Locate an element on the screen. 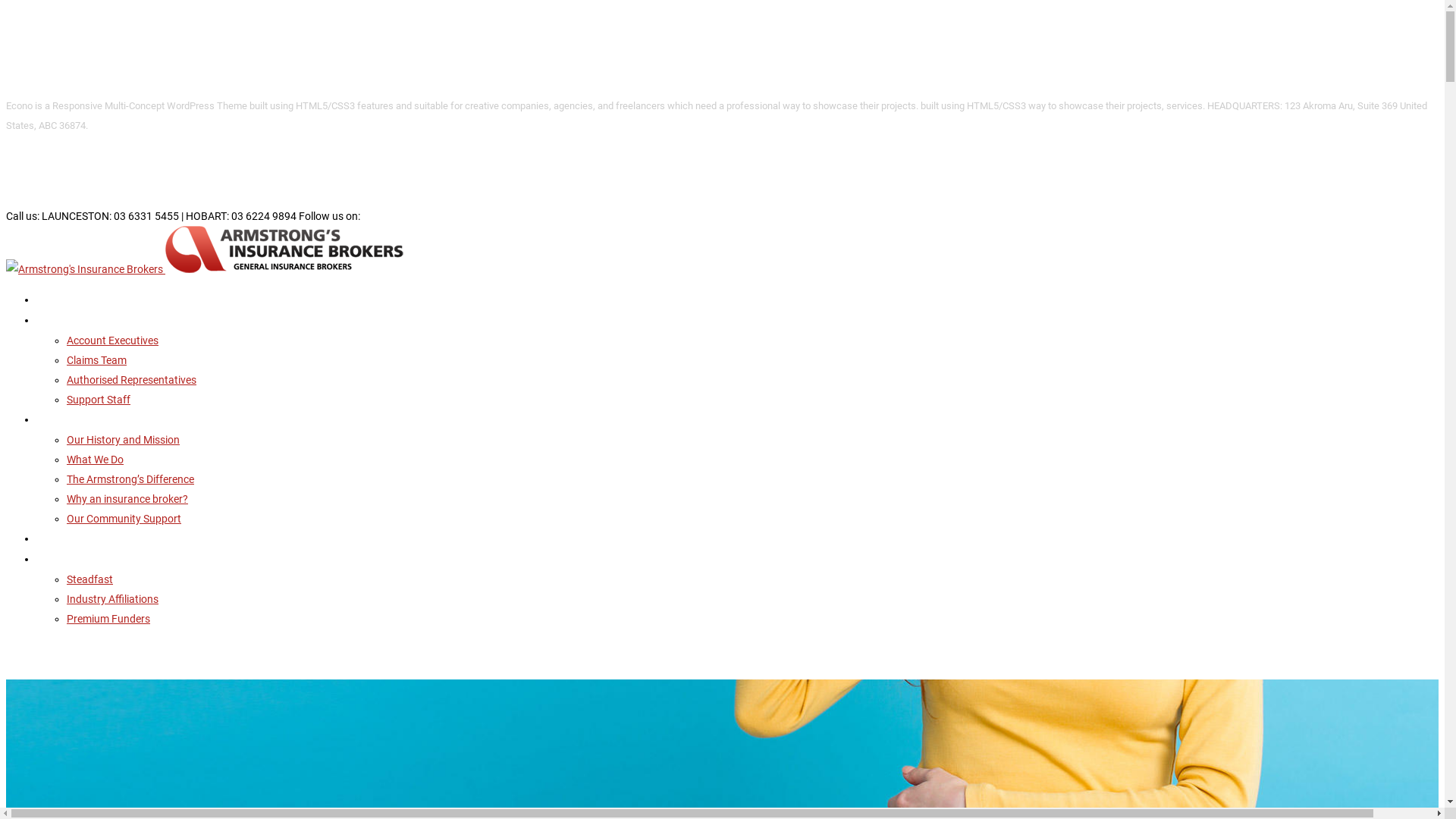 Image resolution: width=1456 pixels, height=819 pixels. 'Steadfast' is located at coordinates (89, 579).